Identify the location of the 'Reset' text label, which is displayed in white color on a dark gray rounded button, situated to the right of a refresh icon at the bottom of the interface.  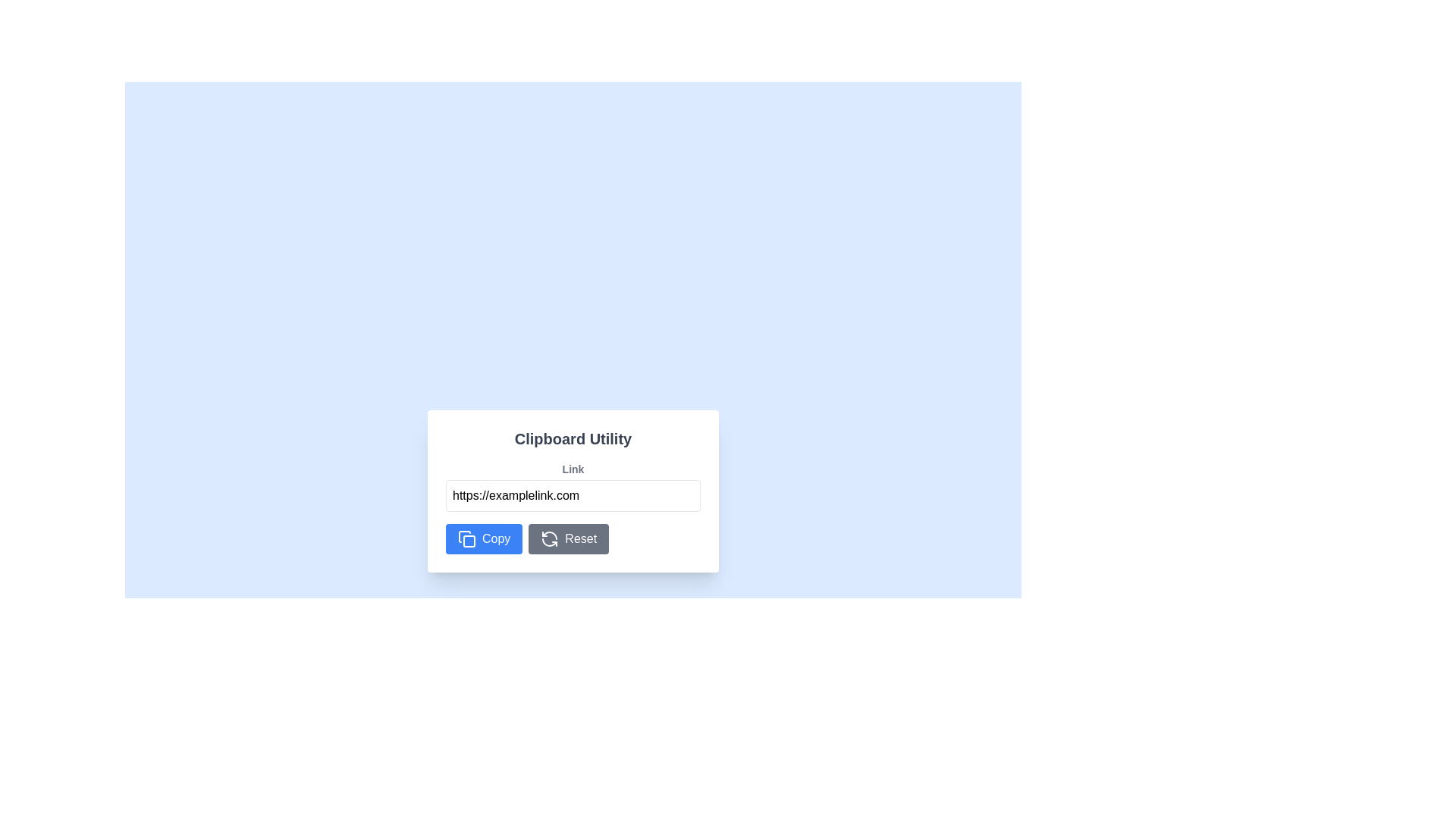
(580, 538).